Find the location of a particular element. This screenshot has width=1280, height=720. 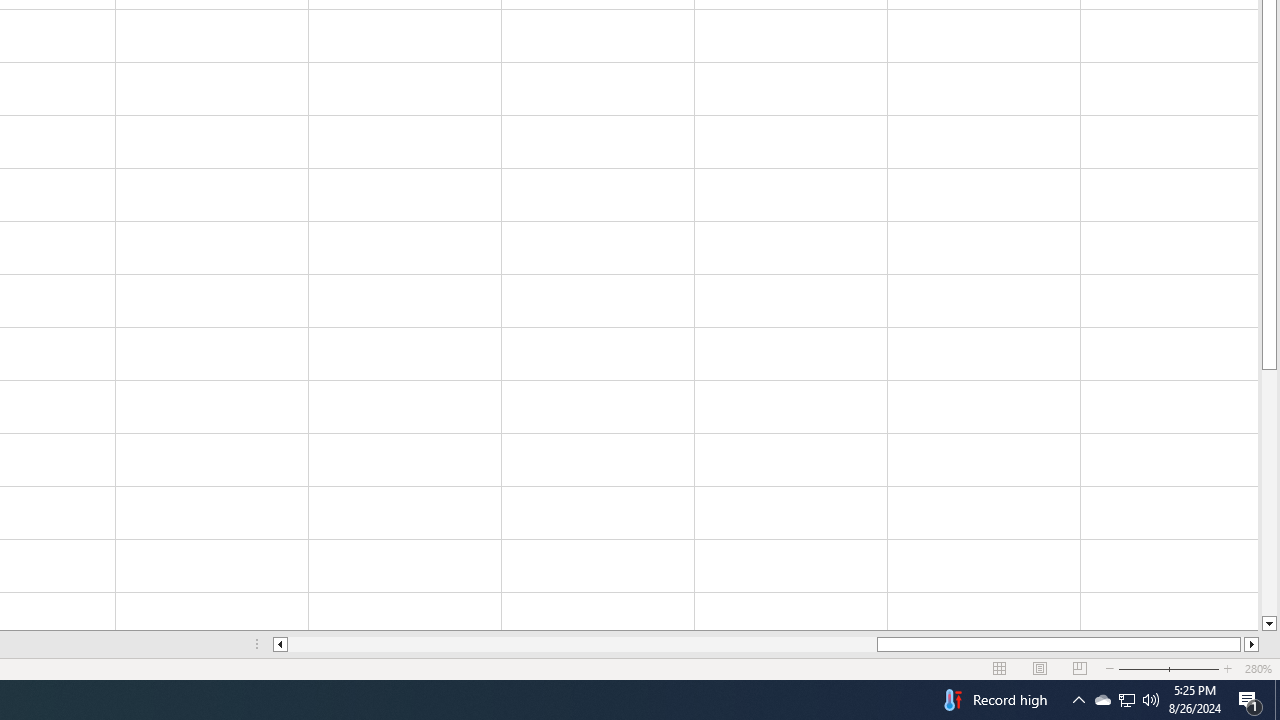

'Zoom Out' is located at coordinates (1157, 669).